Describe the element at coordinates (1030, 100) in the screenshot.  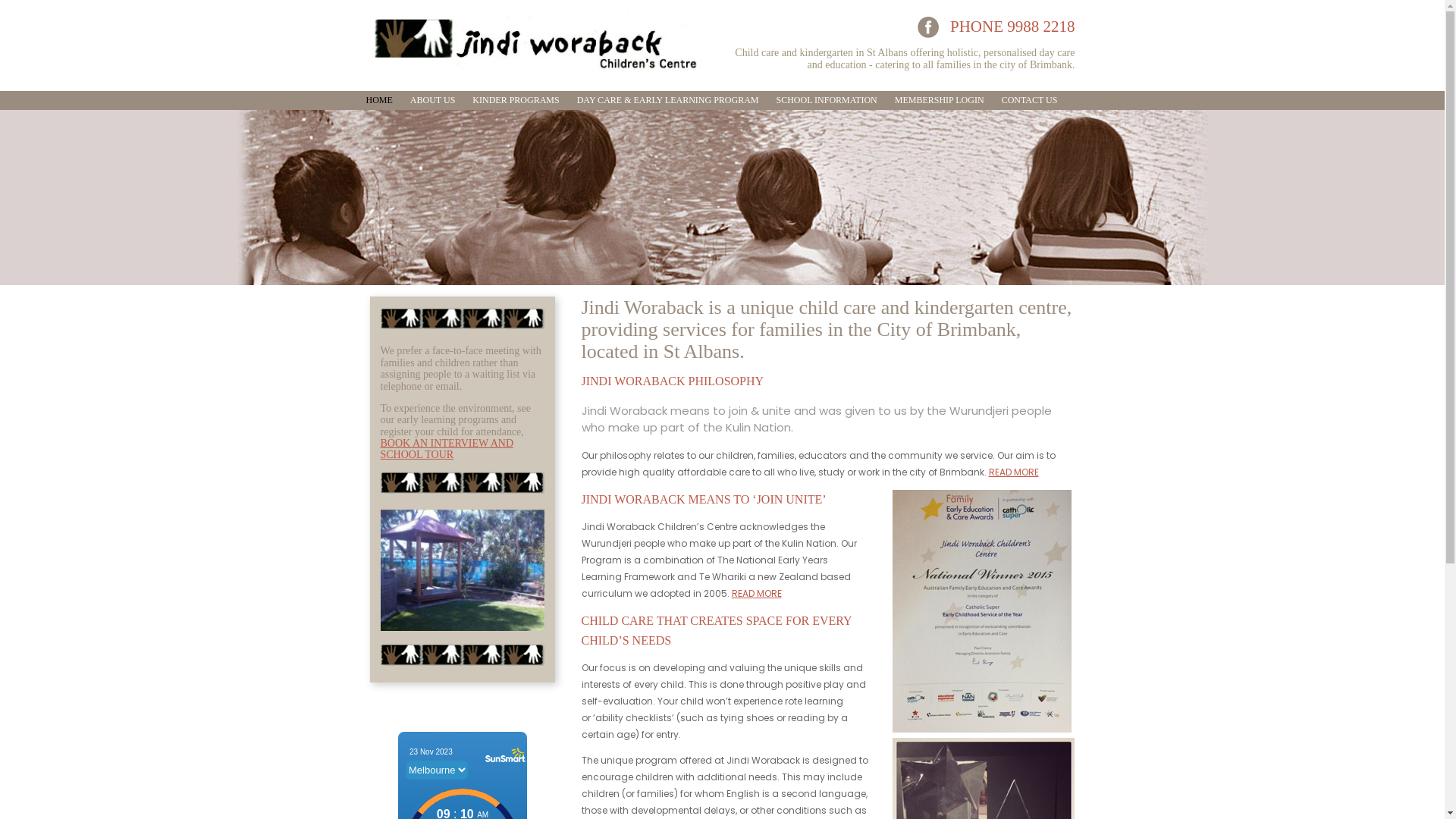
I see `'CONTACT US'` at that location.